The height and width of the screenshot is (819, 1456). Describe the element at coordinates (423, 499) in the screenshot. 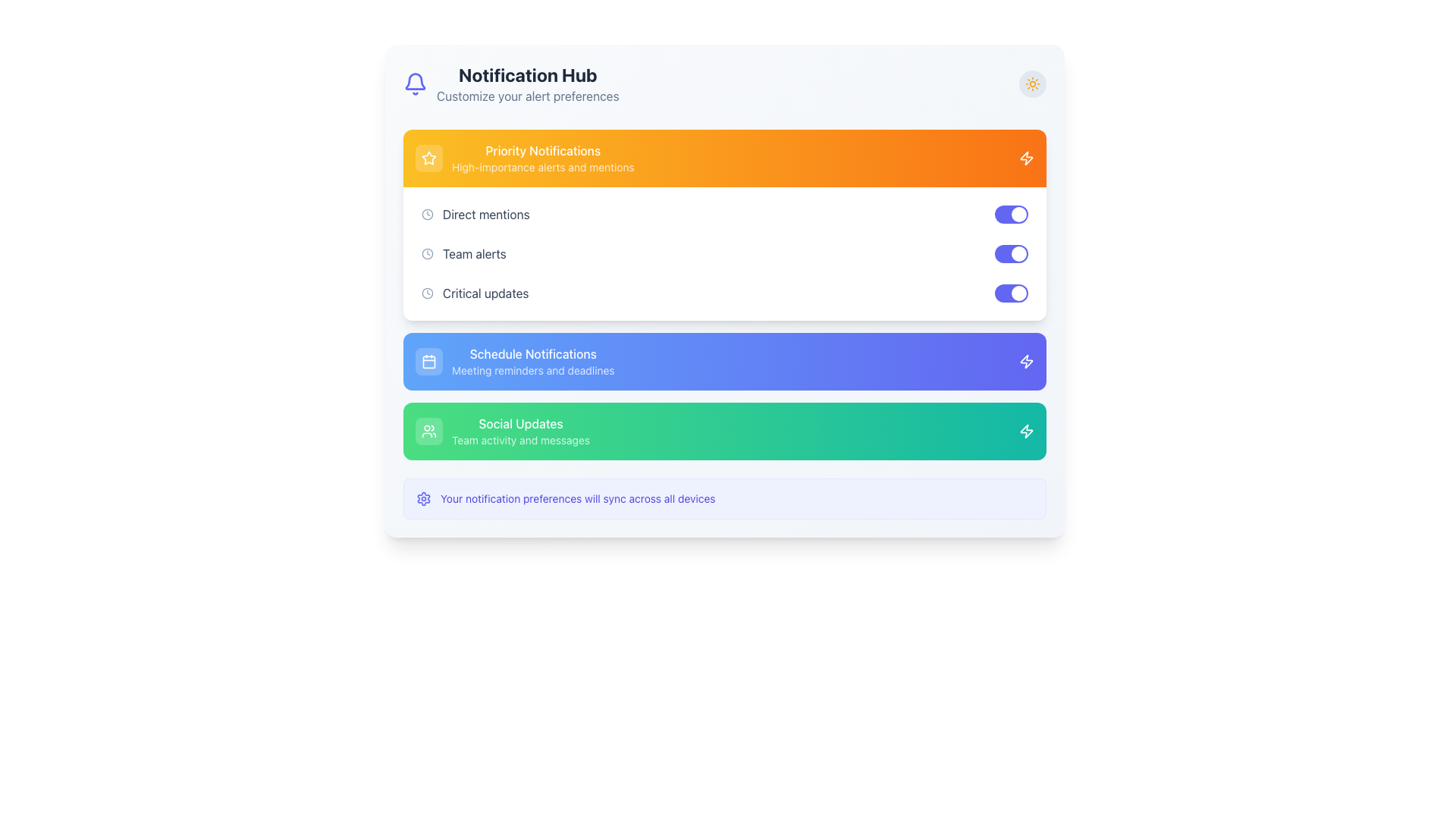

I see `the gear-shaped icon located at the top-right corner of the interface` at that location.